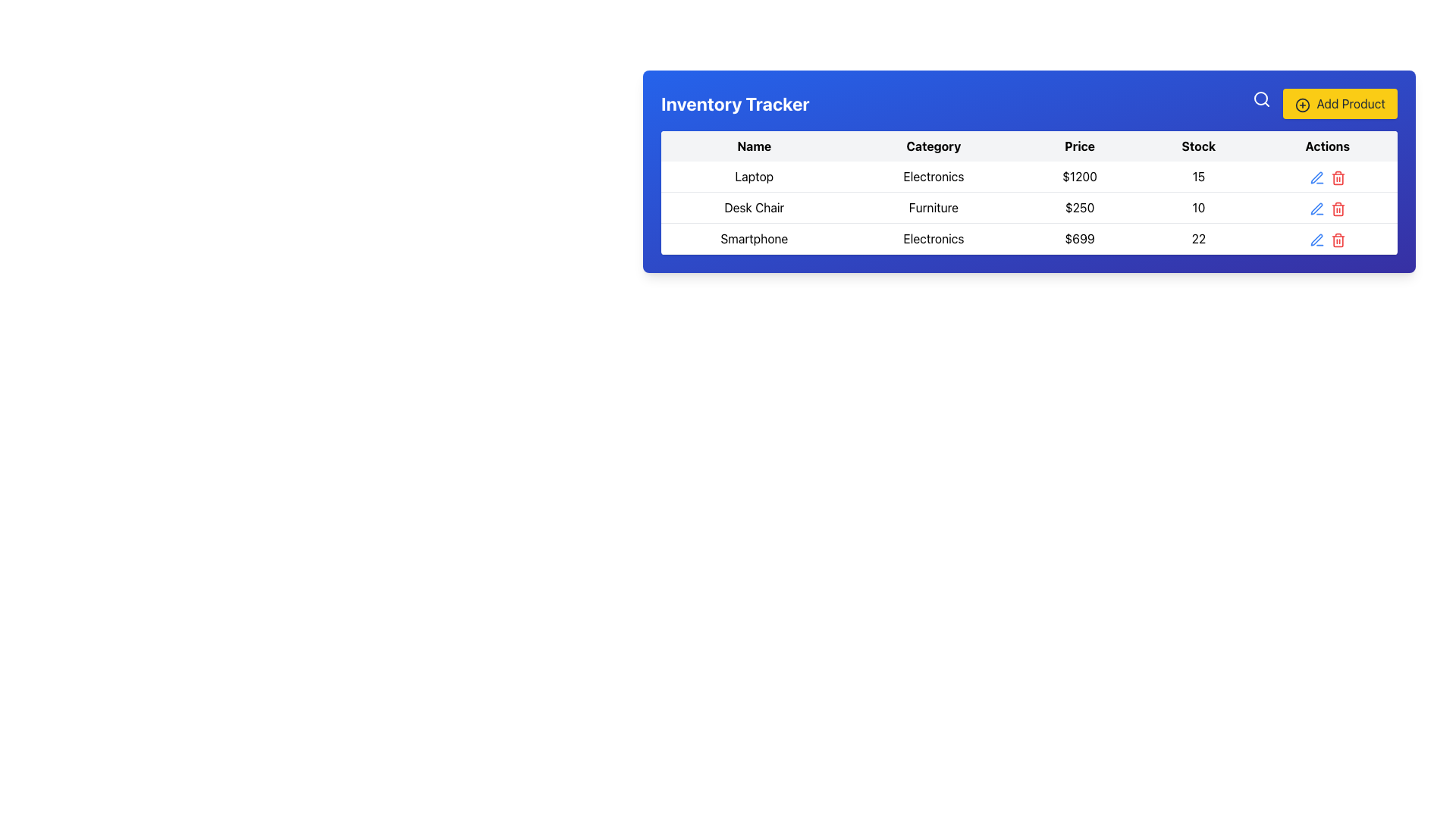 The width and height of the screenshot is (1456, 819). What do you see at coordinates (1338, 239) in the screenshot?
I see `the red-colored trash bin icon located in the last cell of the last row under the 'Actions' column` at bounding box center [1338, 239].